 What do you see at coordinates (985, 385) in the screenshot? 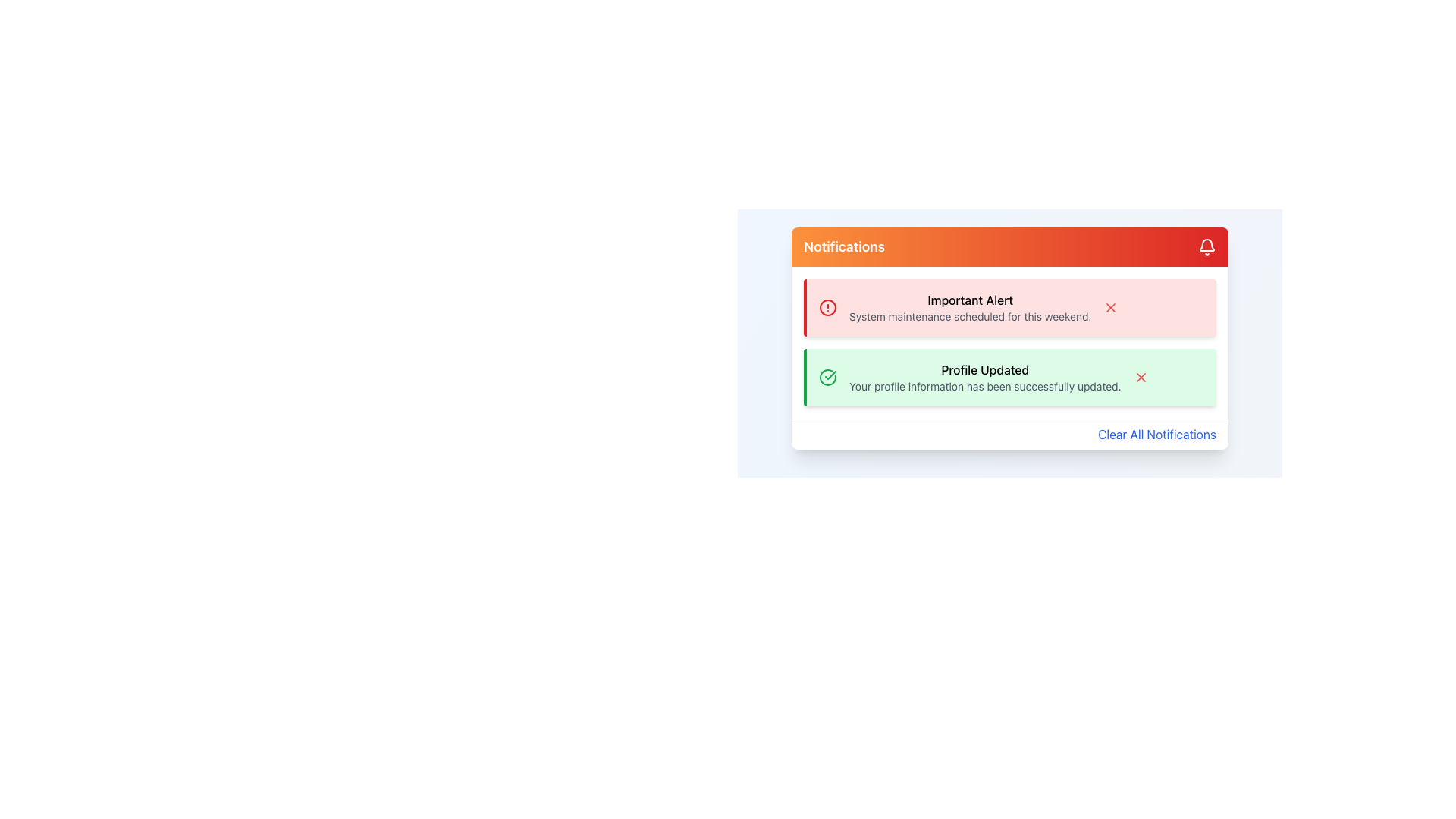
I see `confirmation message displayed in the text label located below the 'Profile Updated' title text within the green notification card in the 'Notifications' panel` at bounding box center [985, 385].